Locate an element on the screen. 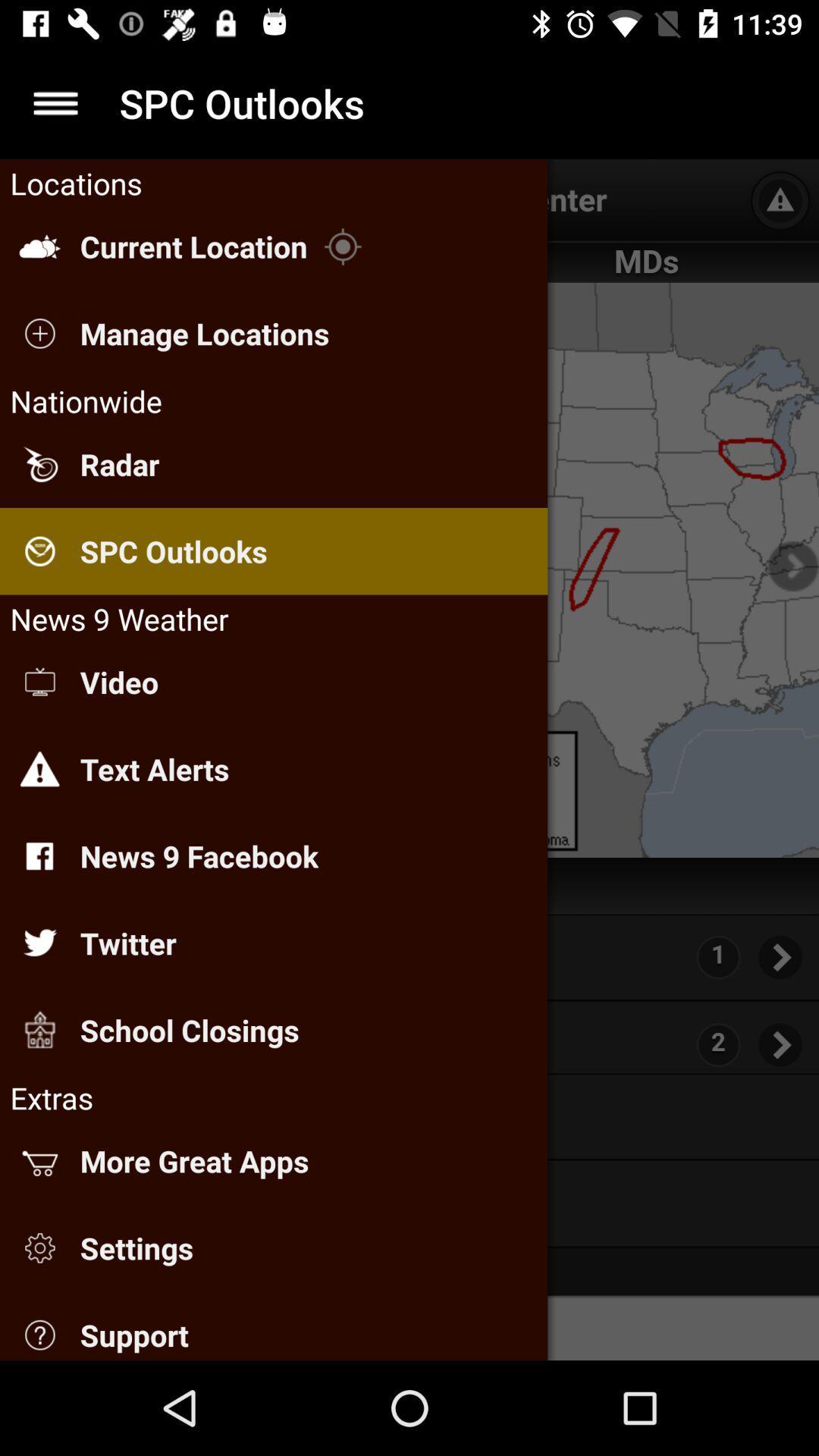 The height and width of the screenshot is (1456, 819). more options is located at coordinates (55, 102).